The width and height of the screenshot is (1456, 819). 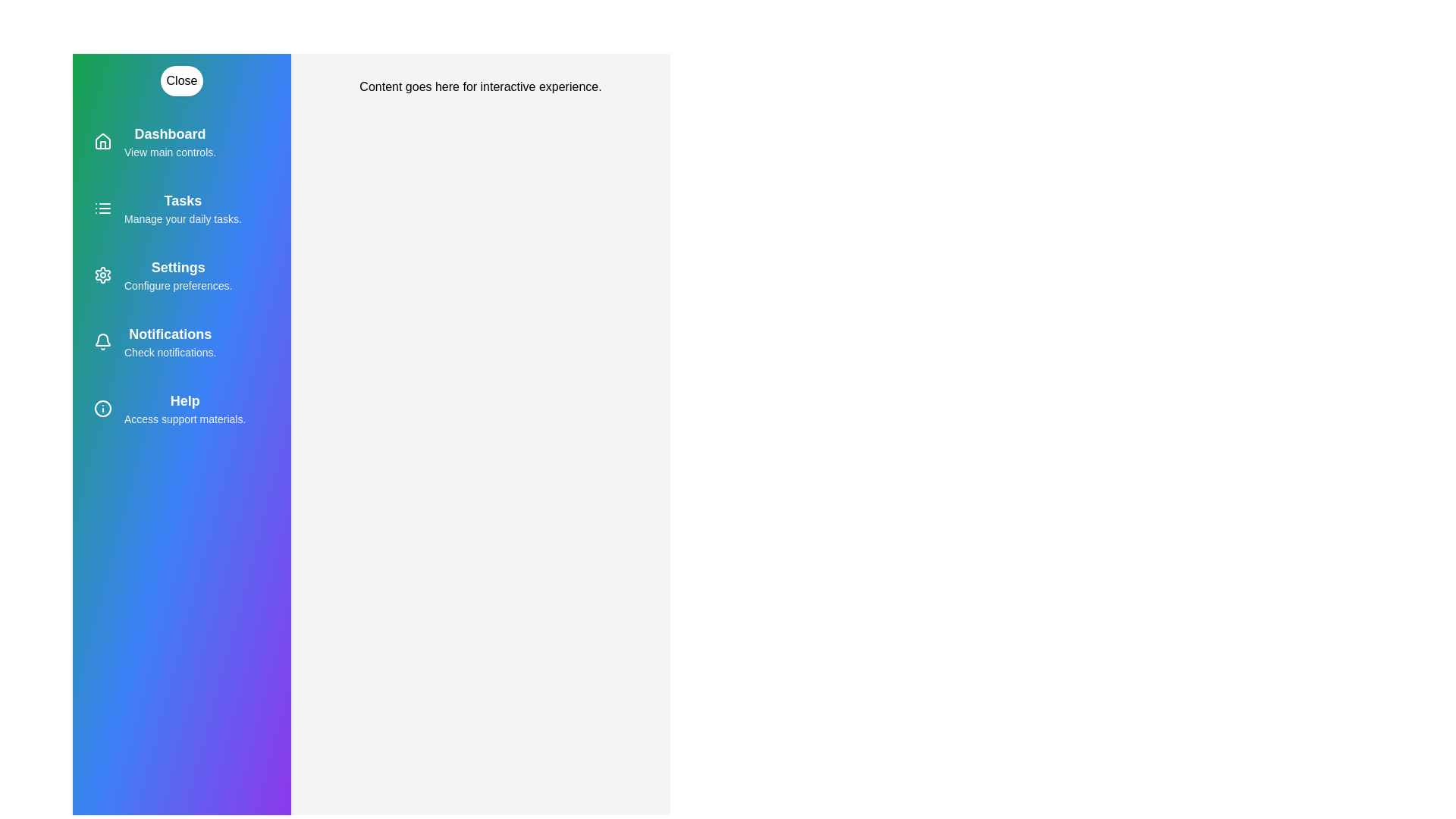 I want to click on the menu item labeled Help to navigate, so click(x=182, y=408).